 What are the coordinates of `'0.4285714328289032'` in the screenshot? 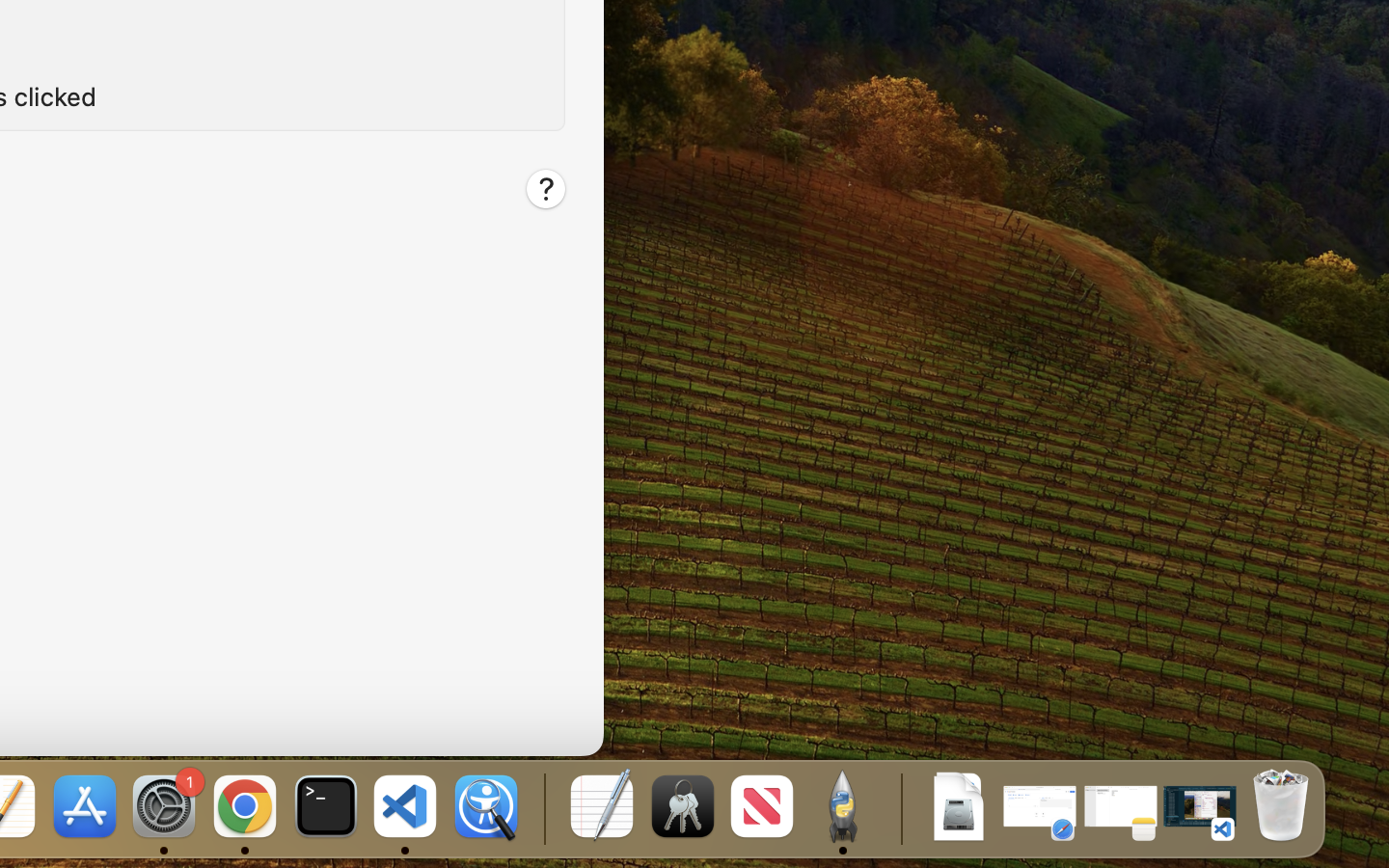 It's located at (542, 807).